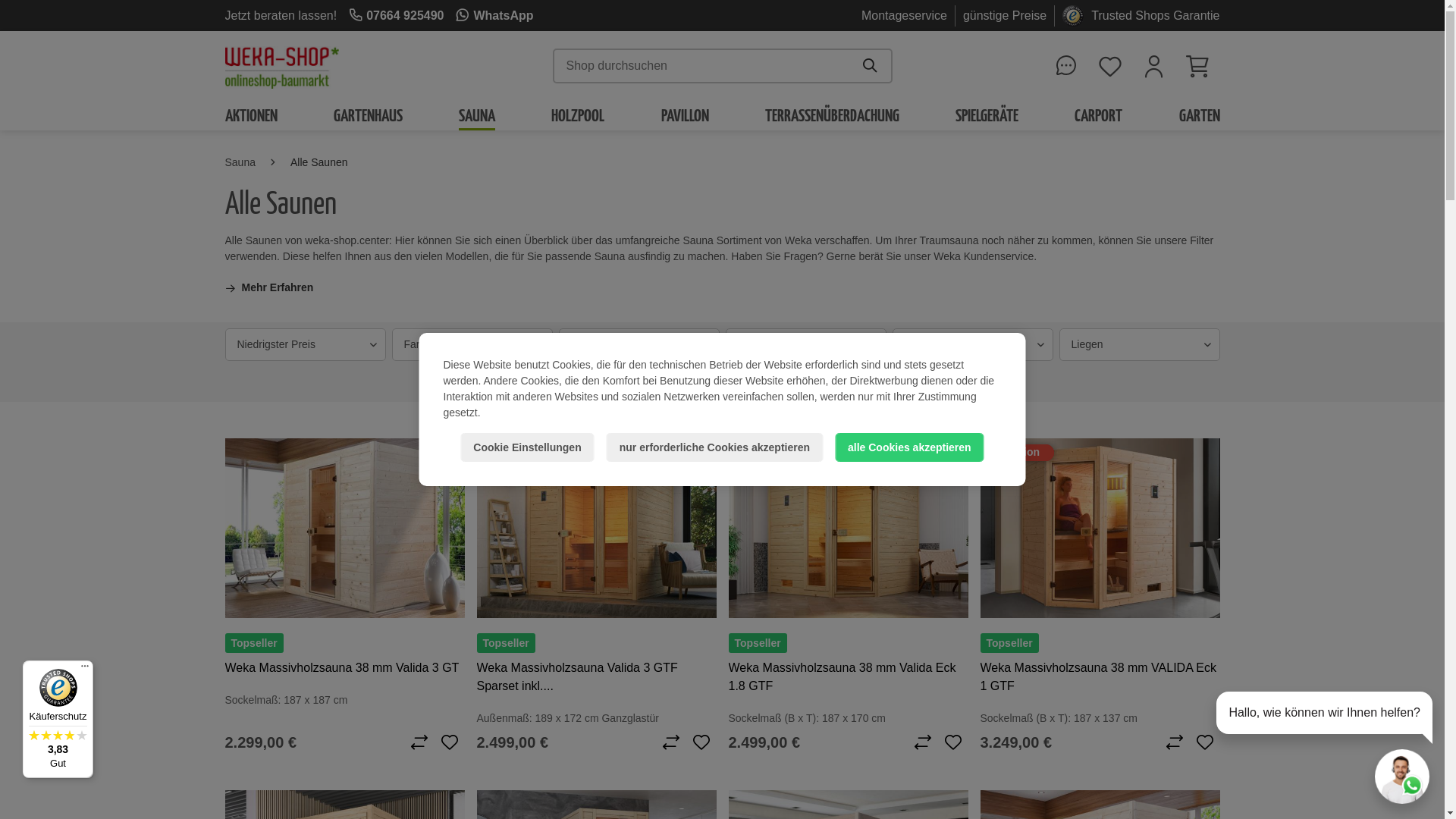  What do you see at coordinates (475, 113) in the screenshot?
I see `'SAUNA'` at bounding box center [475, 113].